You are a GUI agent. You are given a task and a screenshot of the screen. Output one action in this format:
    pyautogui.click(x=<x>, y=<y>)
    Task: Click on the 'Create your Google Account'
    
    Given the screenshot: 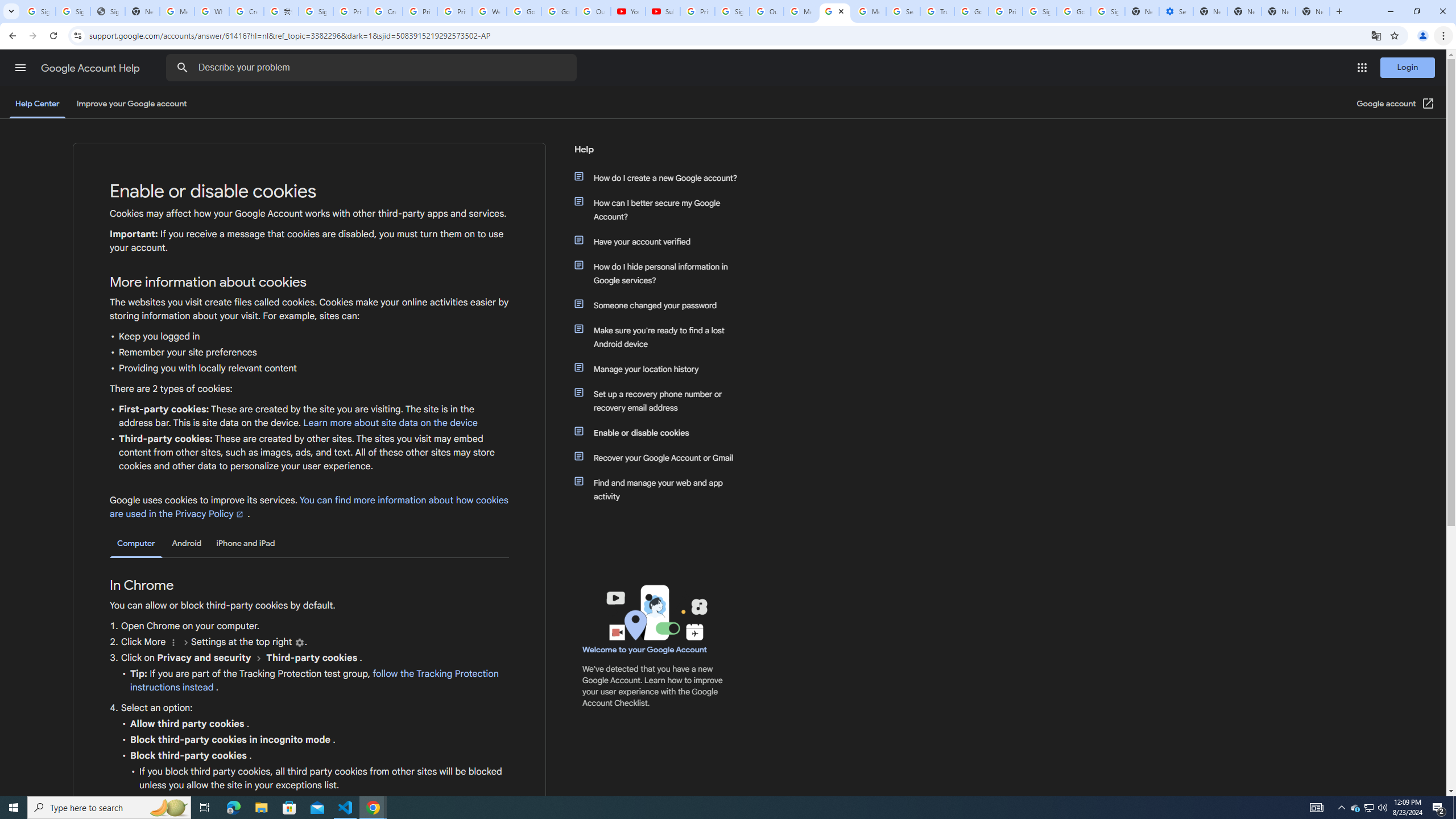 What is the action you would take?
    pyautogui.click(x=384, y=11)
    